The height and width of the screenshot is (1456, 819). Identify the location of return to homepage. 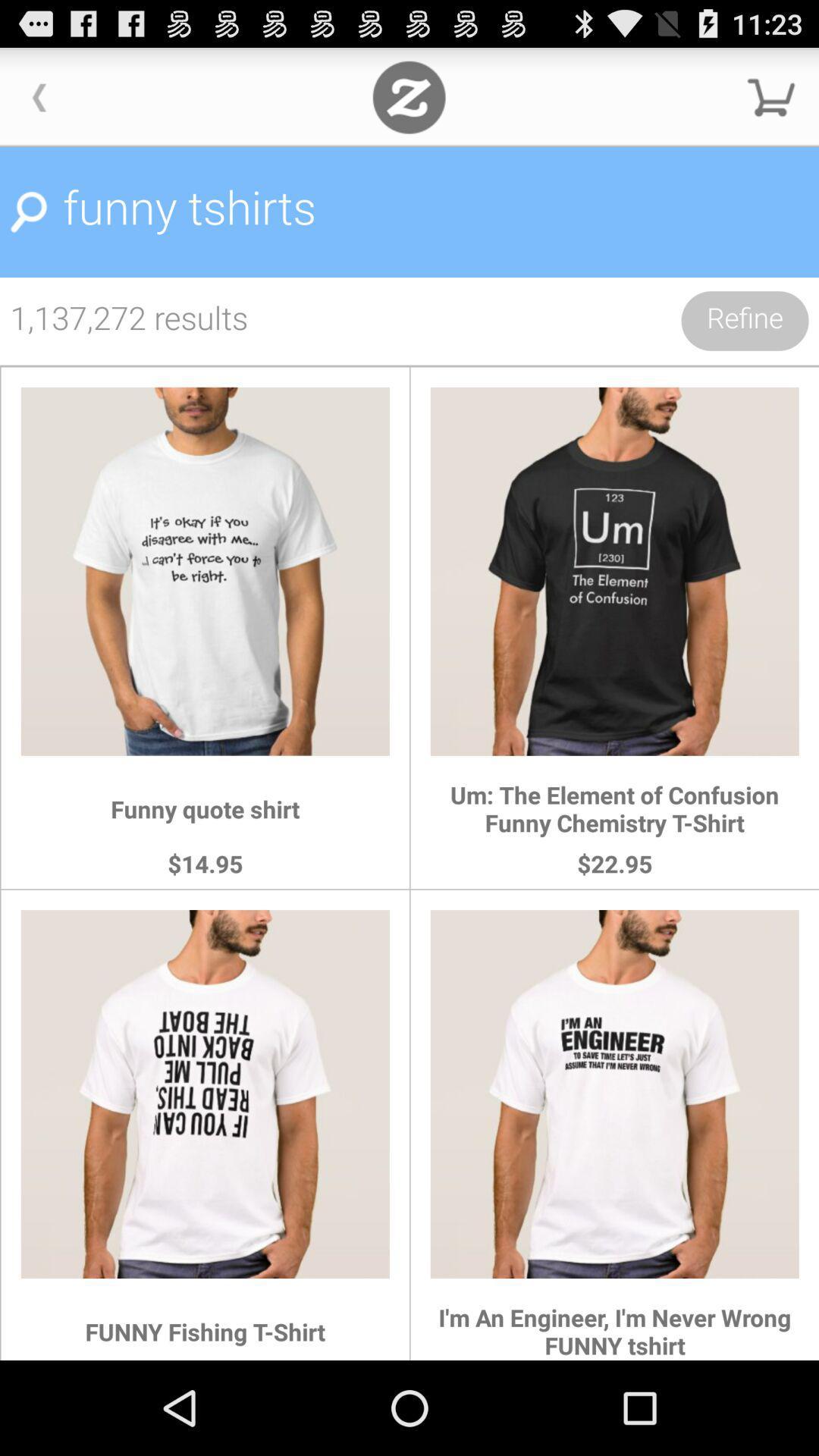
(408, 96).